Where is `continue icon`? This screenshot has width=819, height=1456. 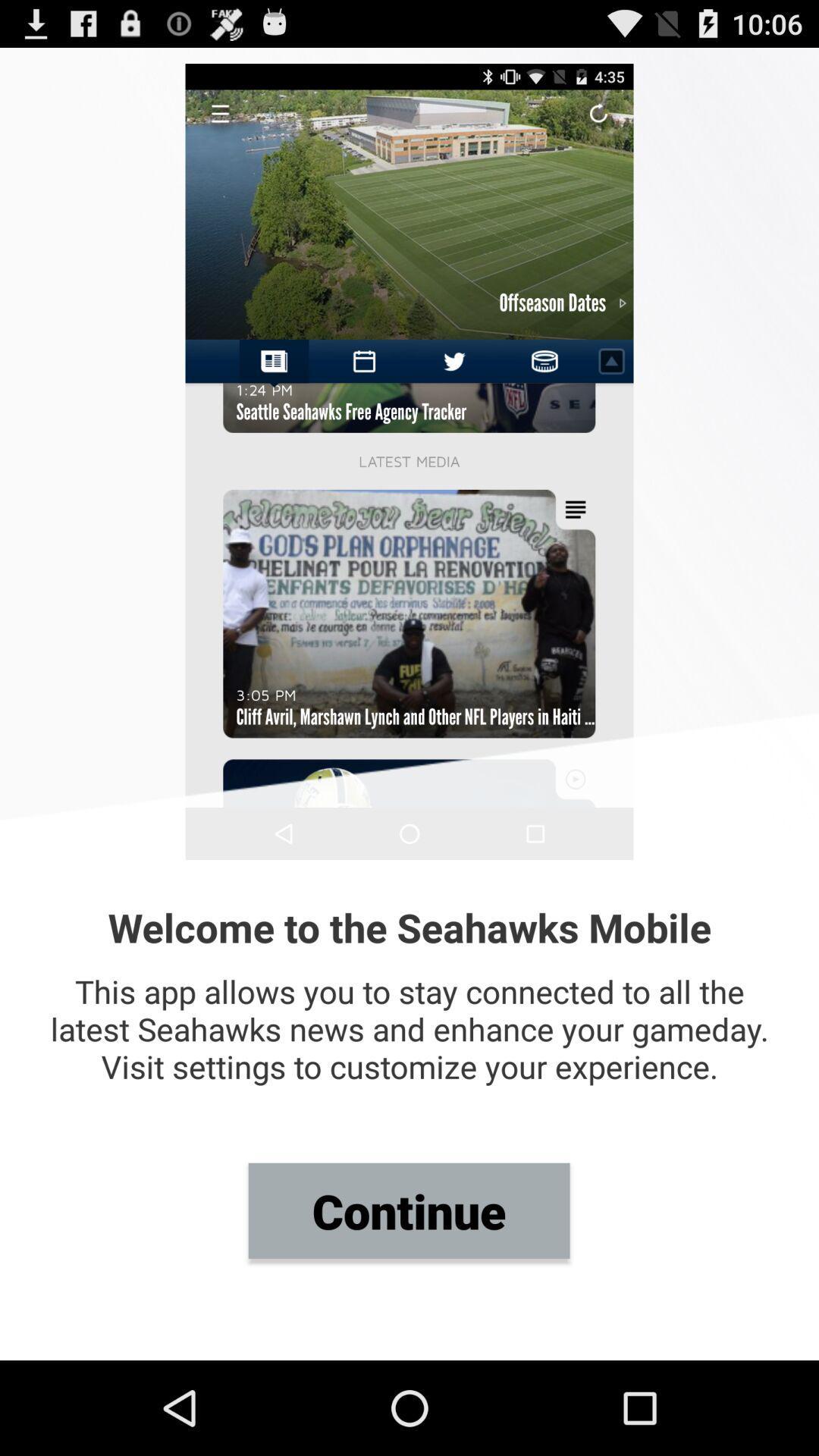
continue icon is located at coordinates (408, 1210).